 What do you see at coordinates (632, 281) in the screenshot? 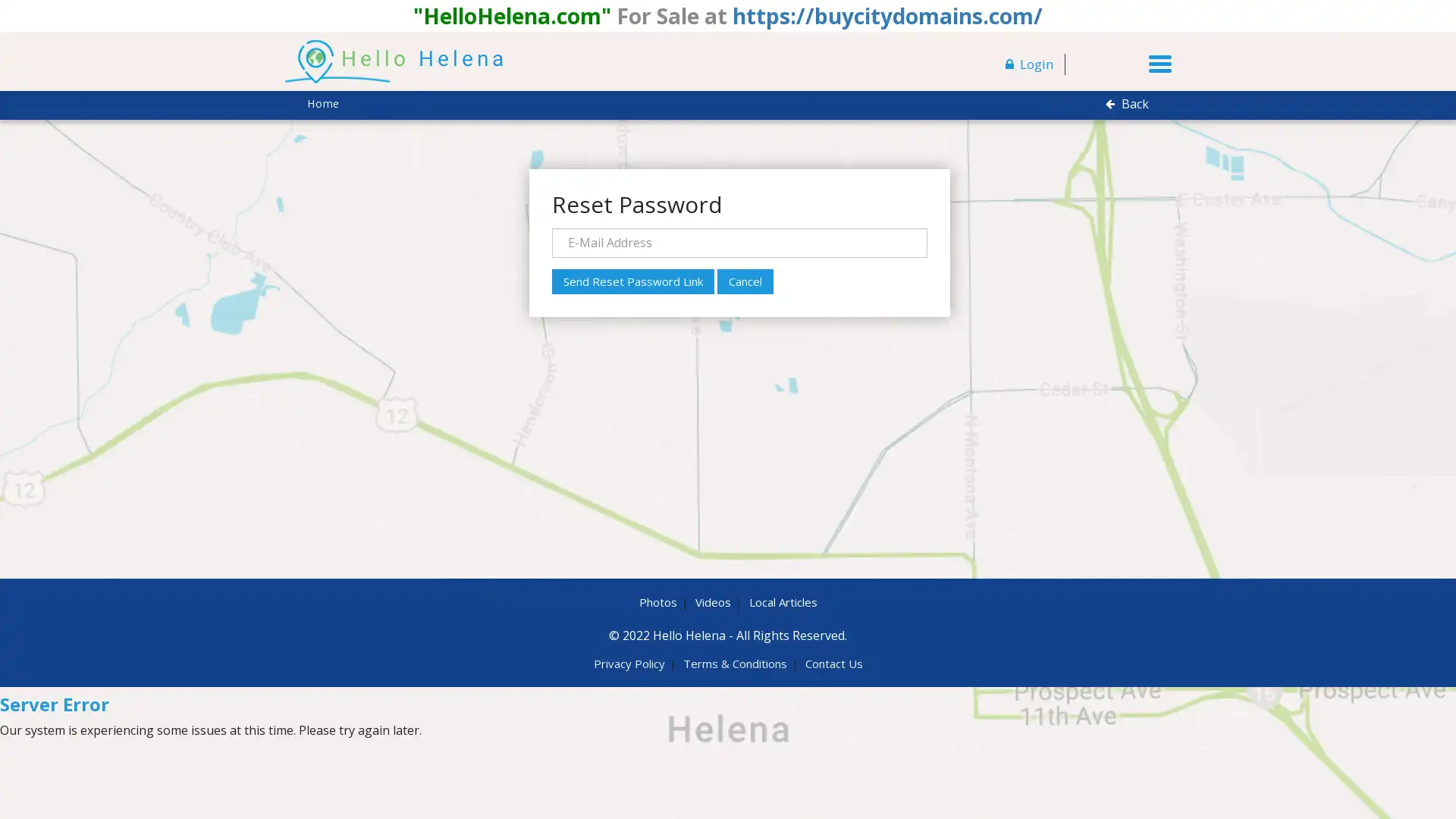
I see `Send Reset Password Link` at bounding box center [632, 281].